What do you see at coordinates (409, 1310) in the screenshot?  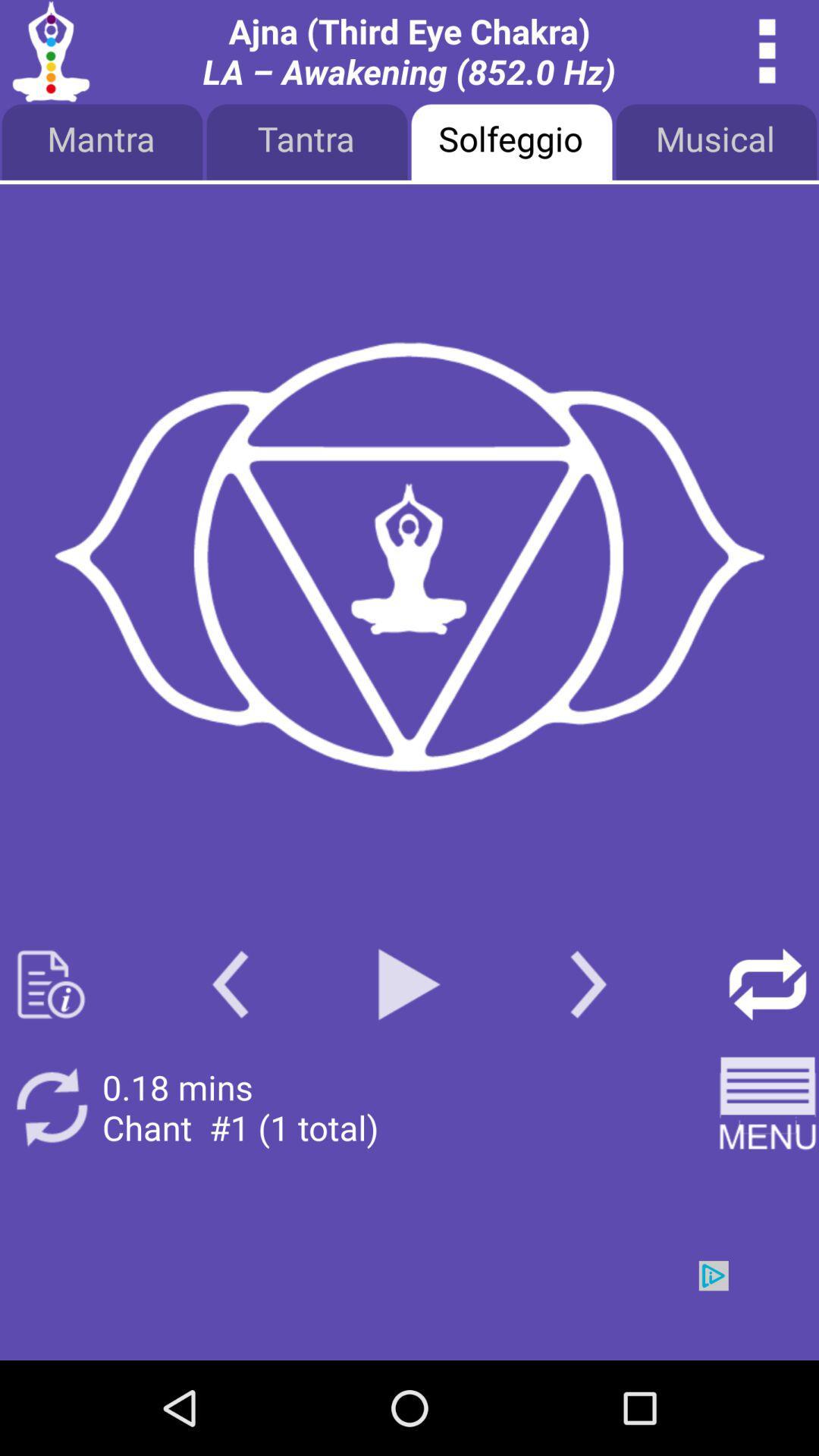 I see `advertisement` at bounding box center [409, 1310].